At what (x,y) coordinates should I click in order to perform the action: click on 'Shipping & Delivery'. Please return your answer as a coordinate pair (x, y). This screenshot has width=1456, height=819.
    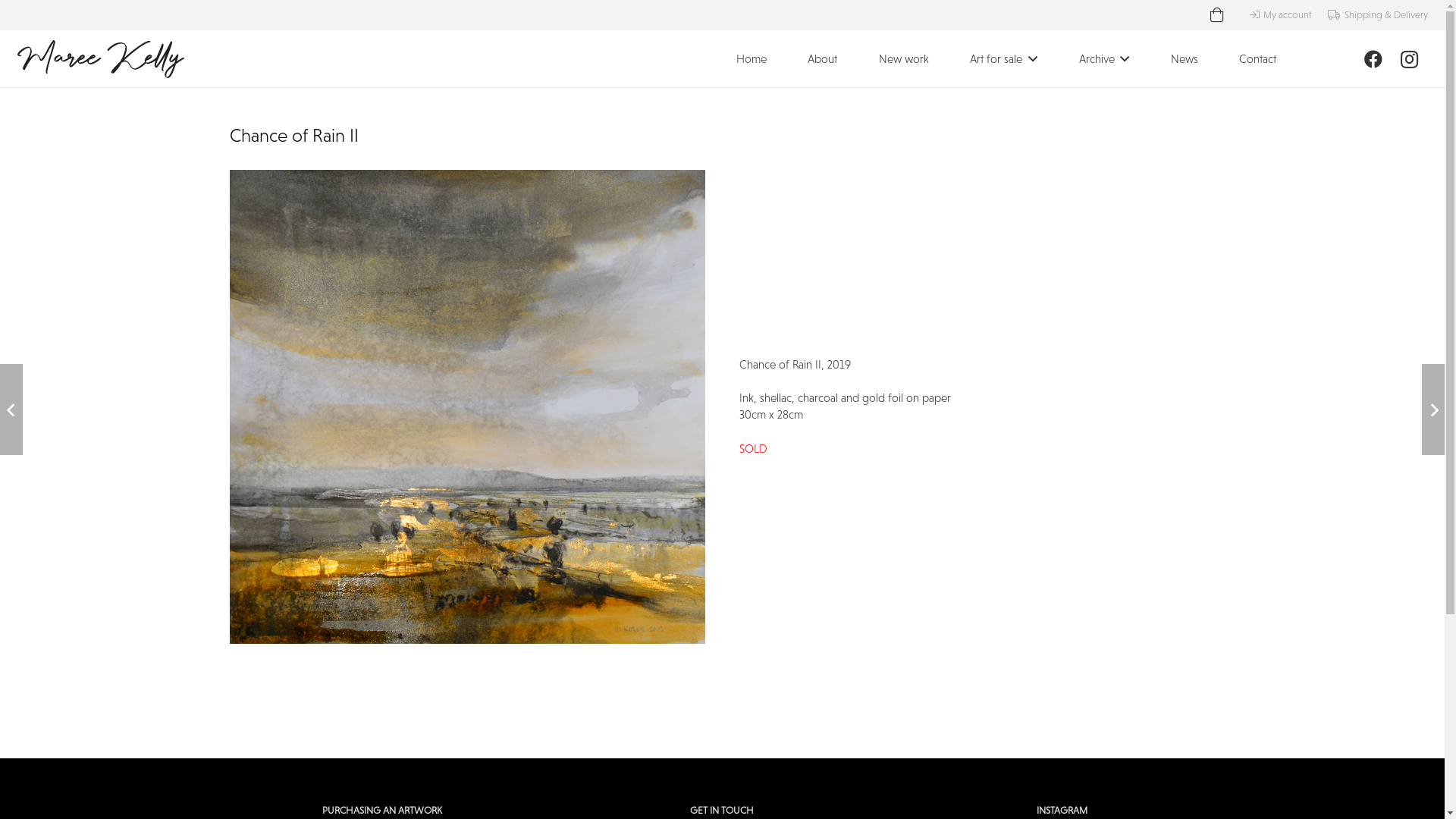
    Looking at the image, I should click on (1377, 14).